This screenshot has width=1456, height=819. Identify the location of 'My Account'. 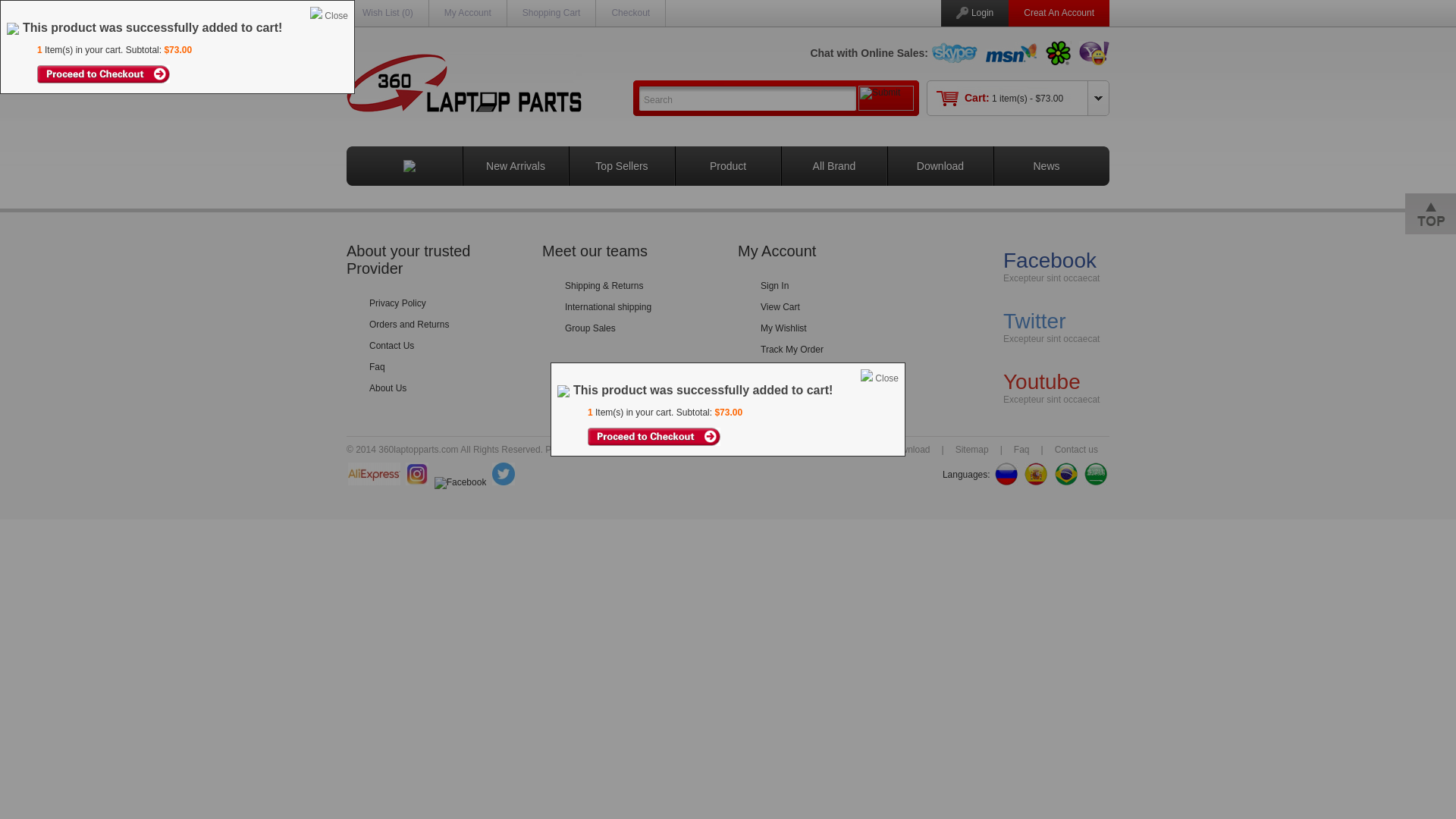
(467, 12).